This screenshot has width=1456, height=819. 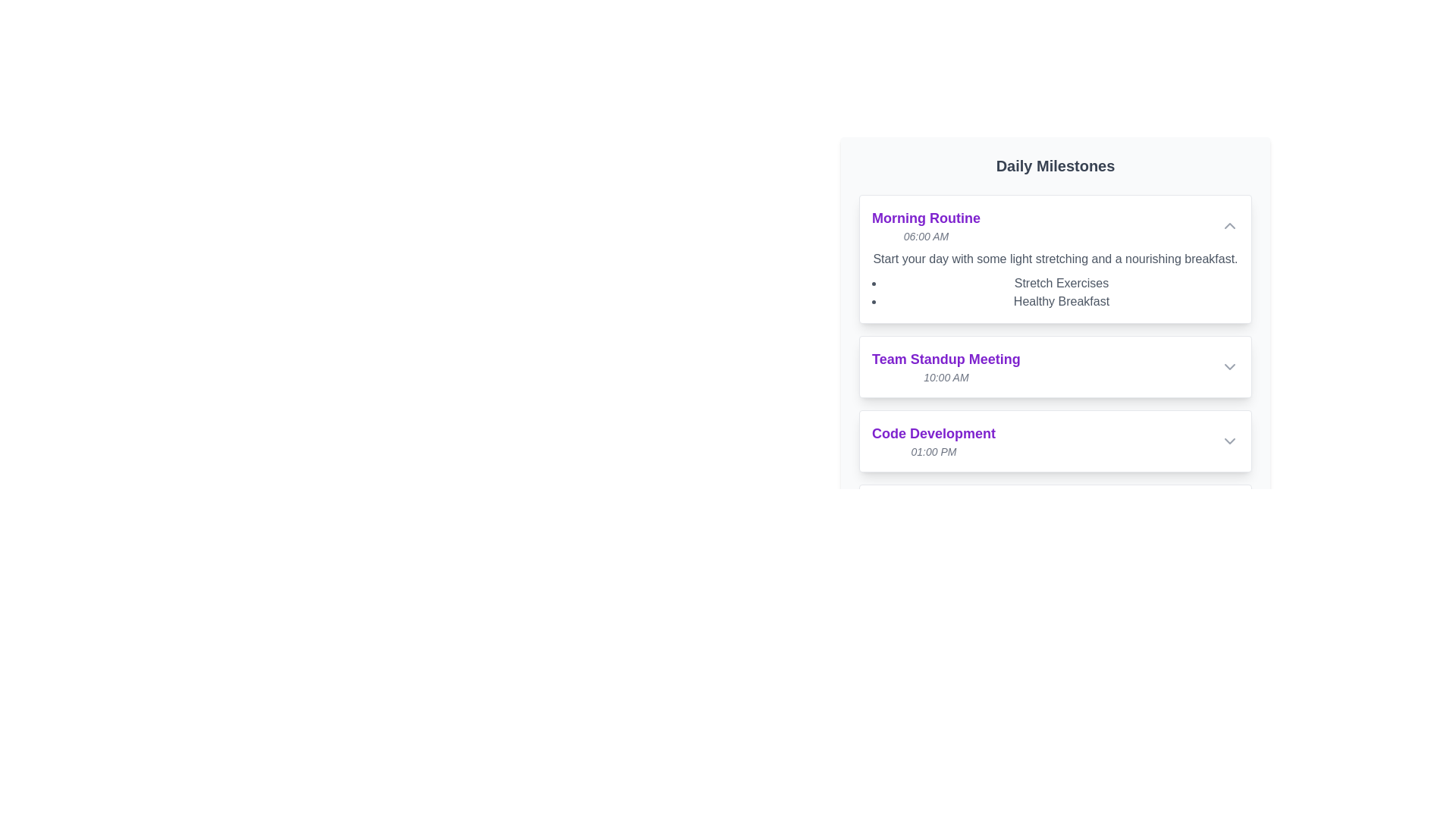 I want to click on the Text Label that displays the scheduled time for the 'Team Standup Meeting' event, located below the title within the middle section of the interface, so click(x=945, y=376).